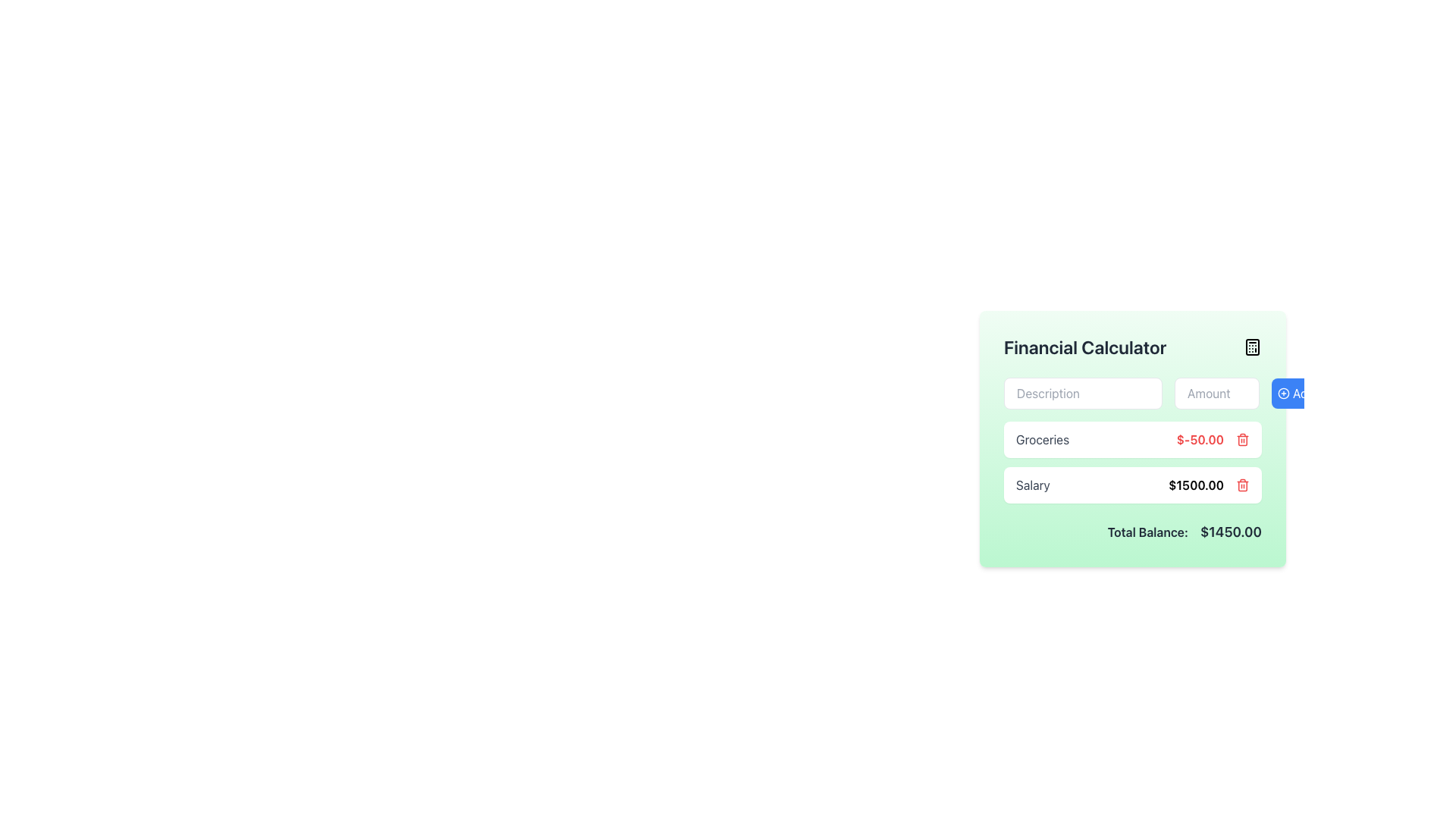  What do you see at coordinates (1242, 441) in the screenshot?
I see `the trash can icon located near the '$1500.00' text in the 'Salary' row of the financial calculator interface` at bounding box center [1242, 441].